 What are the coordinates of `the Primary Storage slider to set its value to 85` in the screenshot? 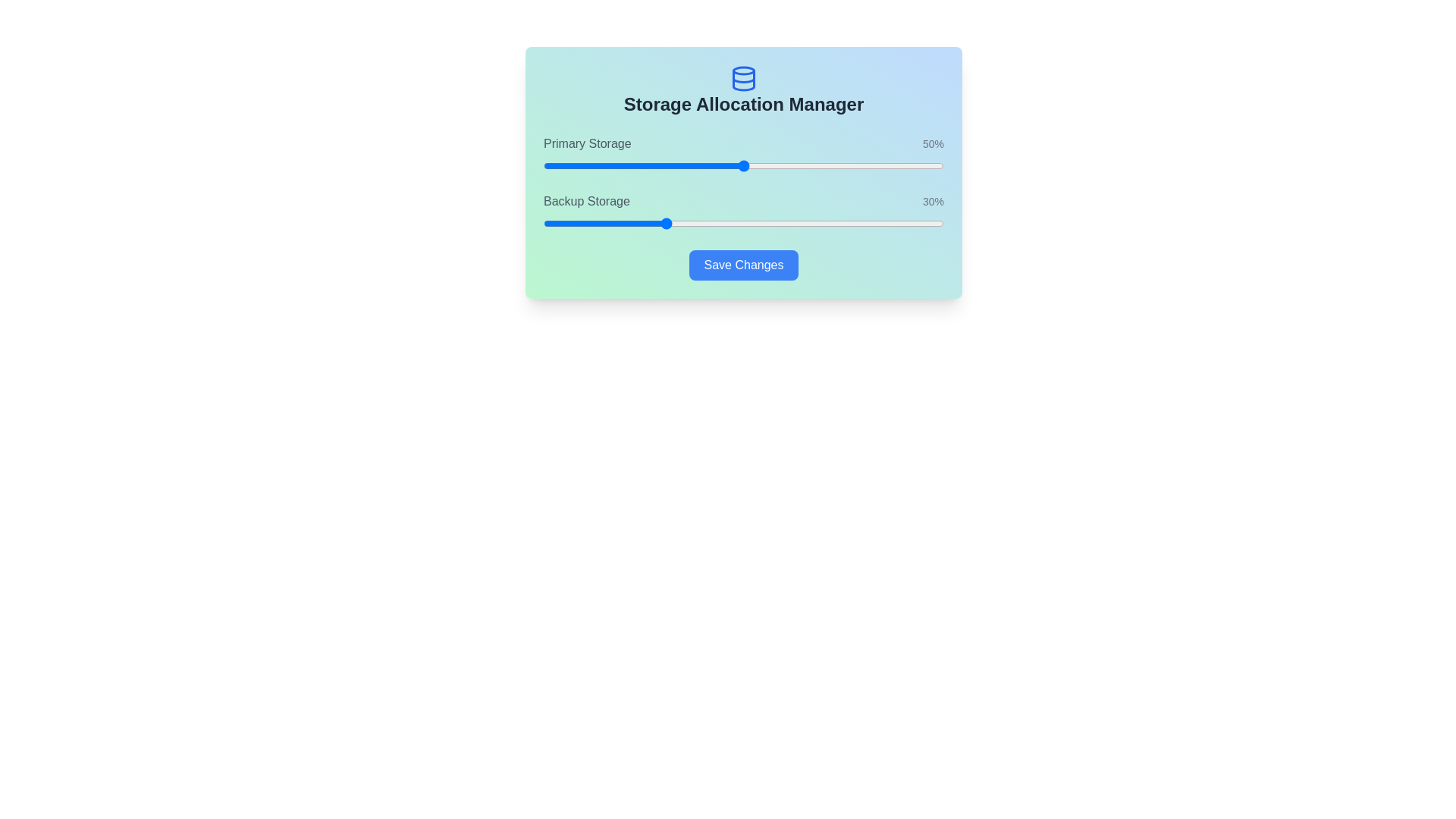 It's located at (883, 166).